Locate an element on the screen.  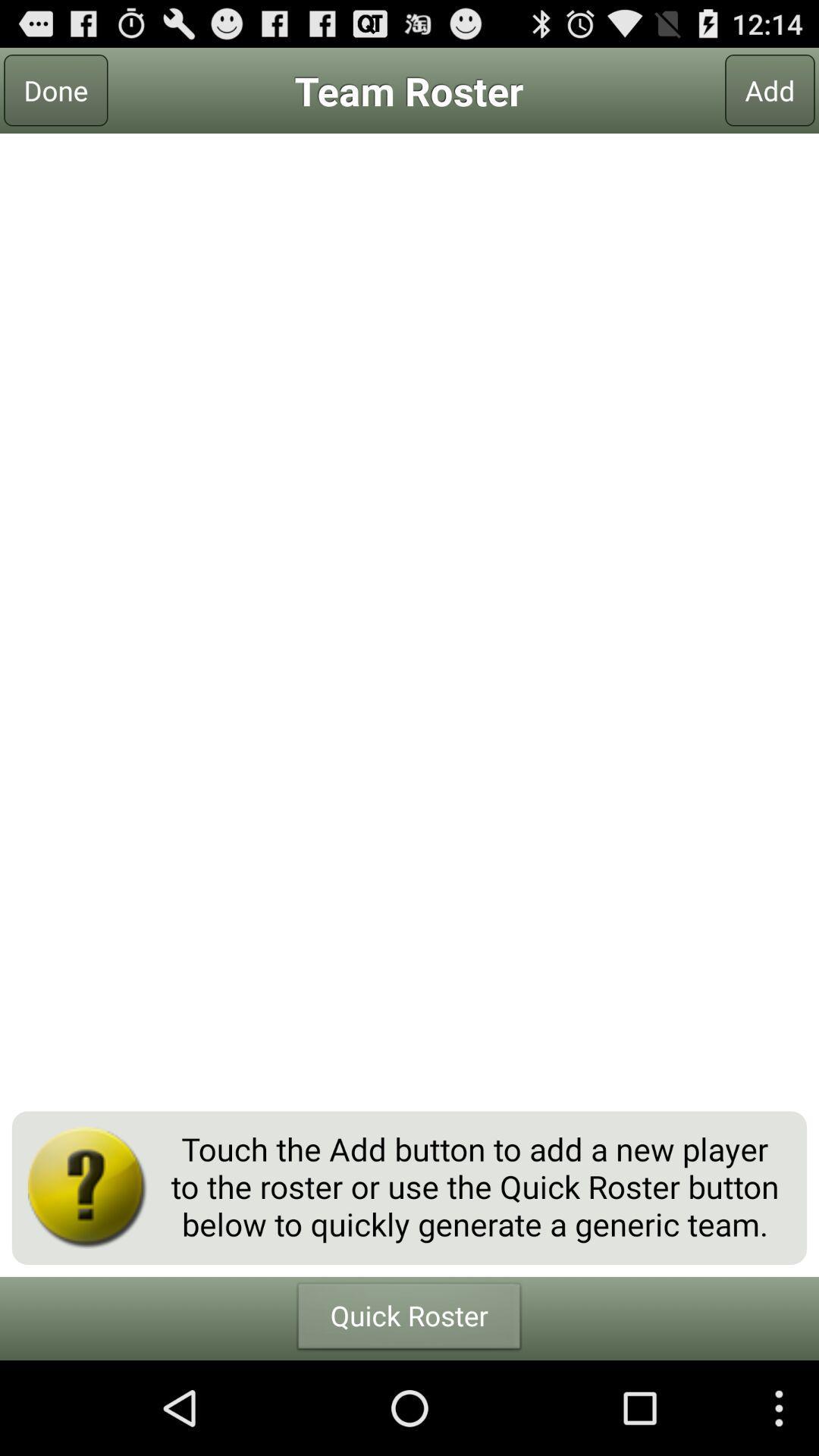
the done icon is located at coordinates (55, 89).